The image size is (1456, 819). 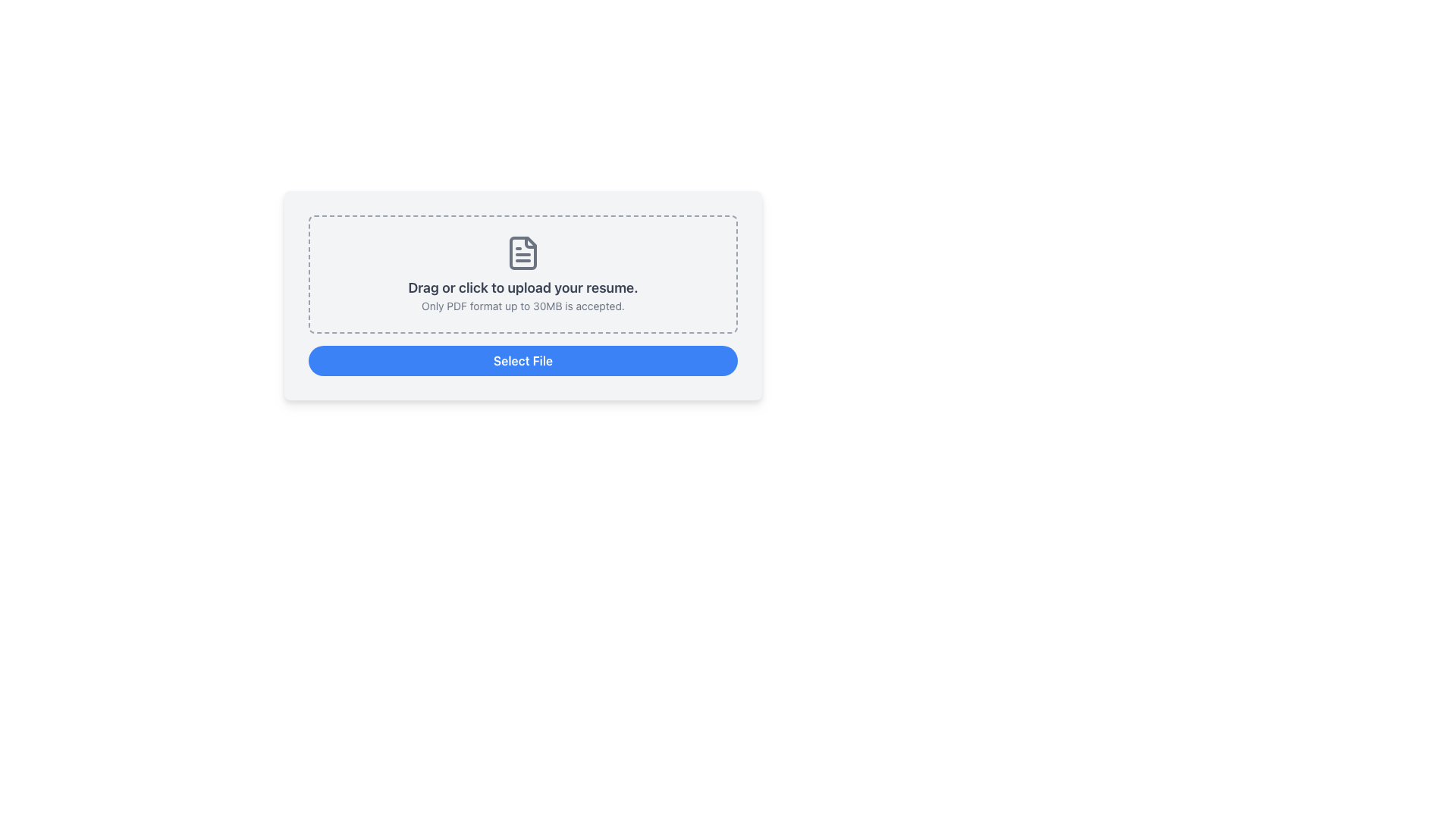 What do you see at coordinates (523, 288) in the screenshot?
I see `the text label that reads 'Drag or click to upload your resume.' which is styled in a gray shade and is centrally positioned below the graphical file icon` at bounding box center [523, 288].